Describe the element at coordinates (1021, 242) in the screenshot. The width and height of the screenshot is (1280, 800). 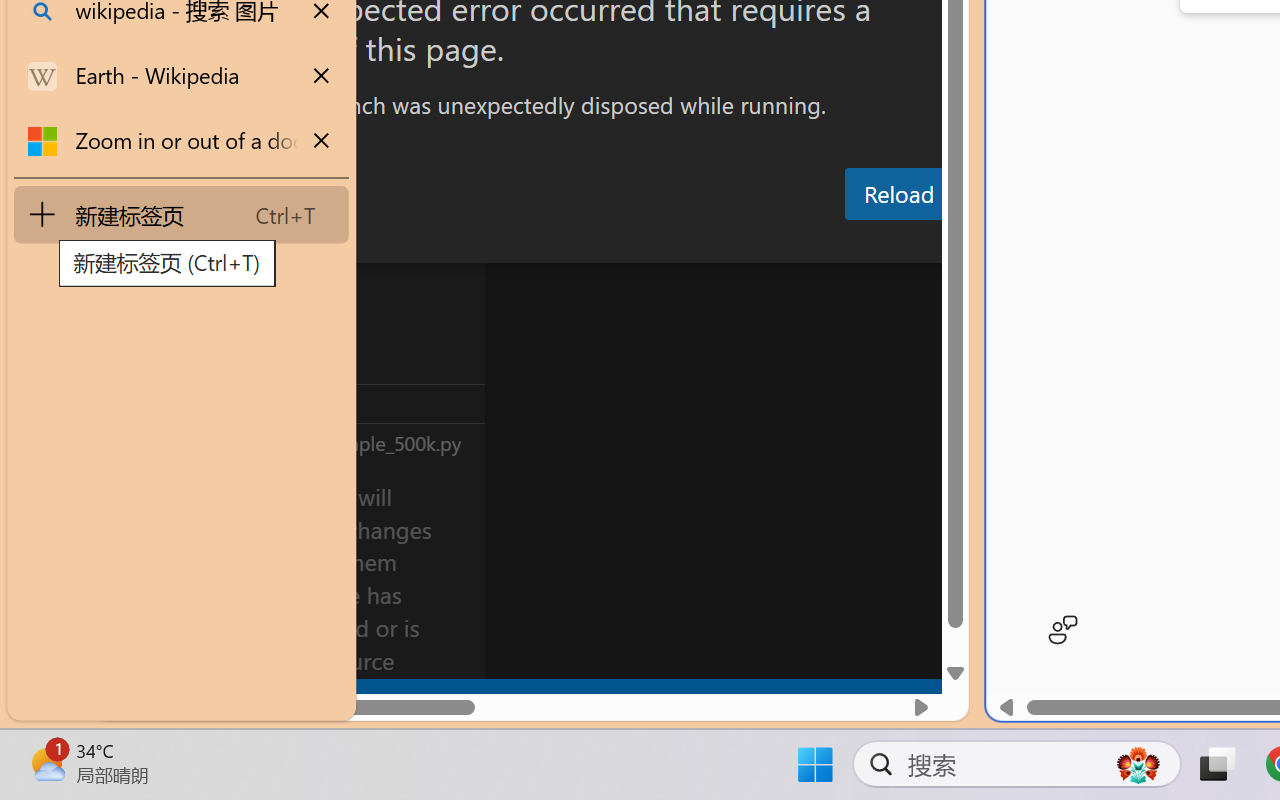
I see `'Terminal (Ctrl+`)'` at that location.